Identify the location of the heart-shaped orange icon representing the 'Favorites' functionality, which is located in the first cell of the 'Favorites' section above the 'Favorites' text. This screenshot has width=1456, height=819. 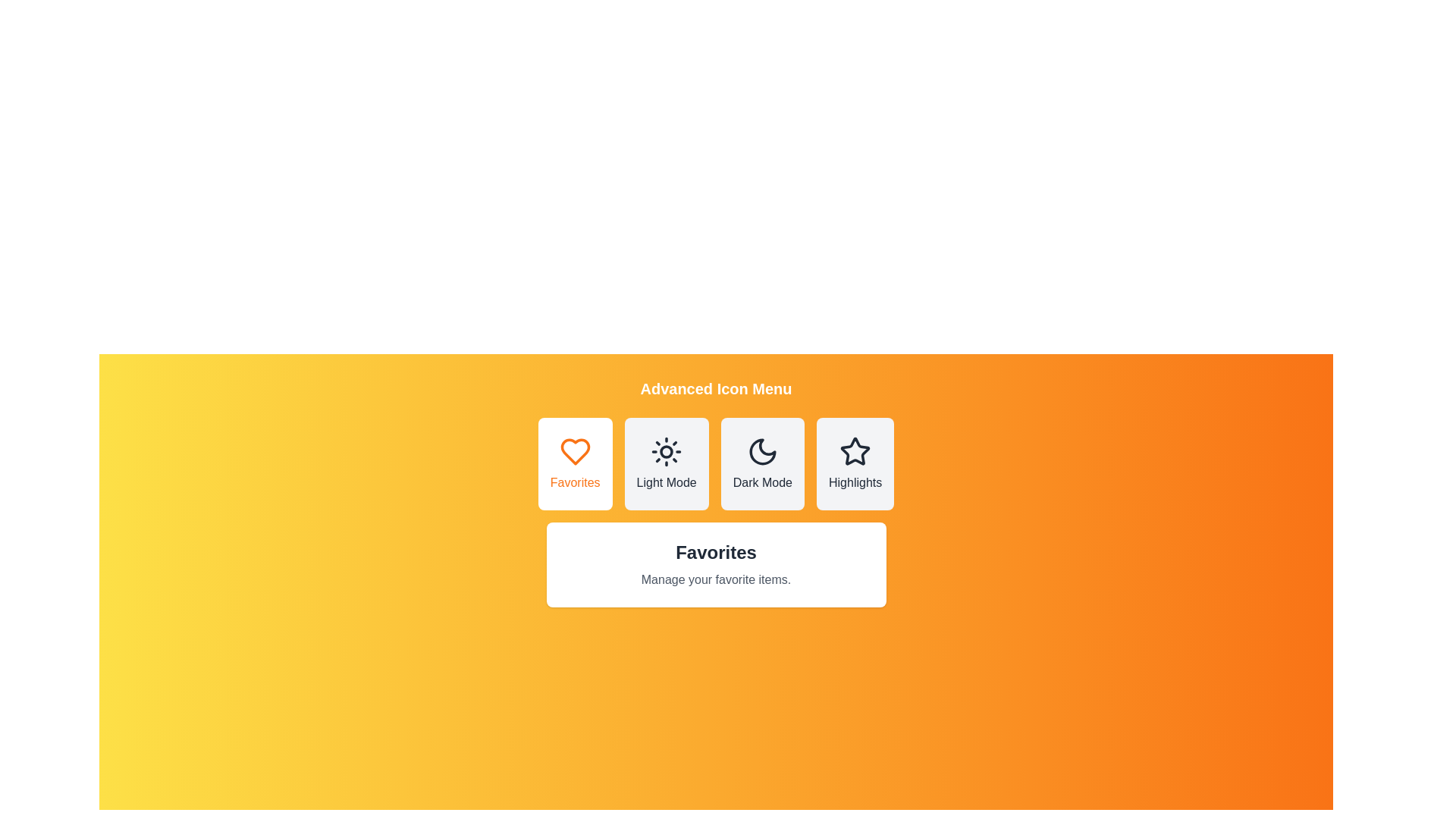
(574, 451).